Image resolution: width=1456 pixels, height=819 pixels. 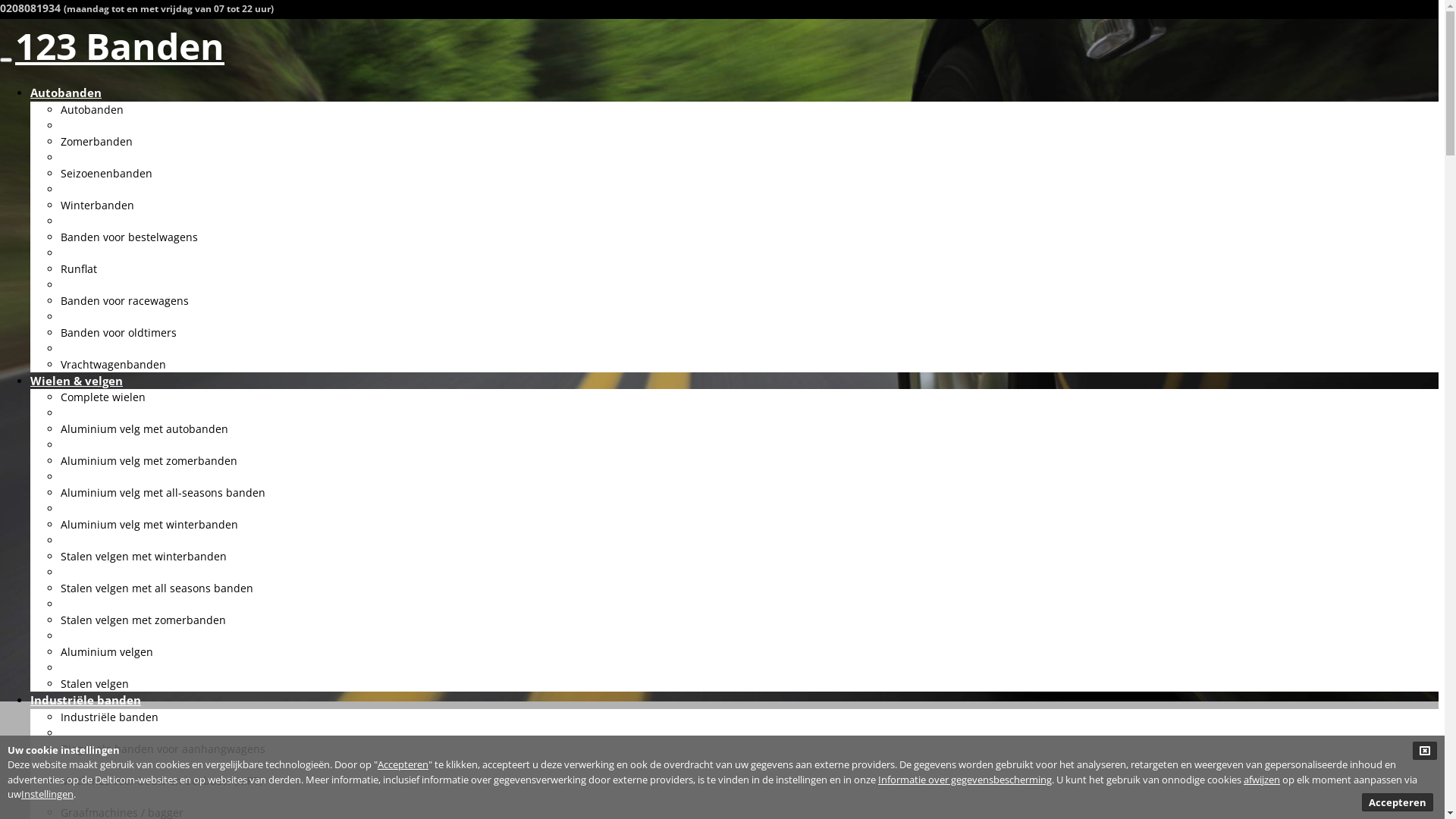 What do you see at coordinates (96, 140) in the screenshot?
I see `'Zomerbanden'` at bounding box center [96, 140].